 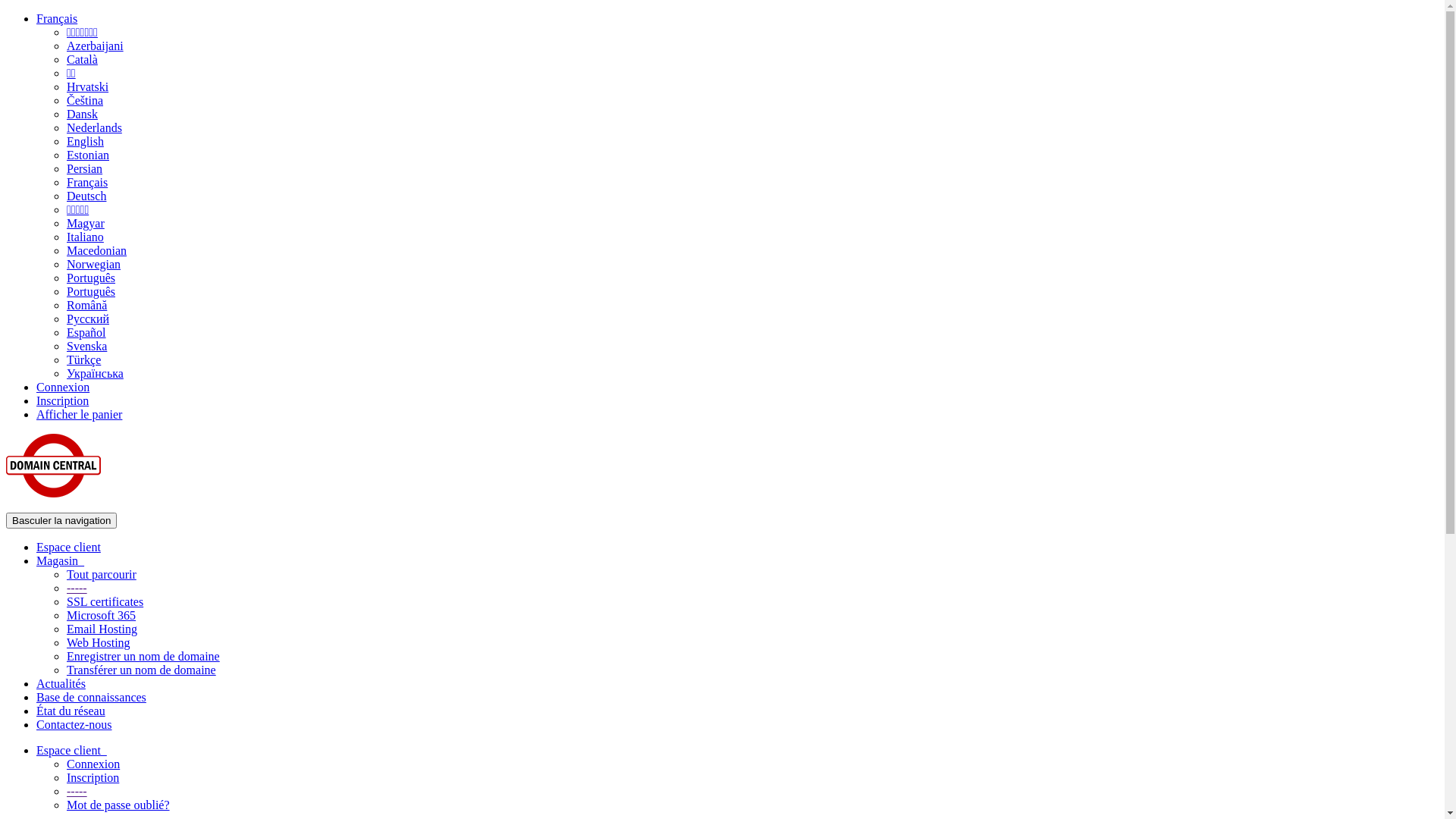 What do you see at coordinates (93, 127) in the screenshot?
I see `'Nederlands'` at bounding box center [93, 127].